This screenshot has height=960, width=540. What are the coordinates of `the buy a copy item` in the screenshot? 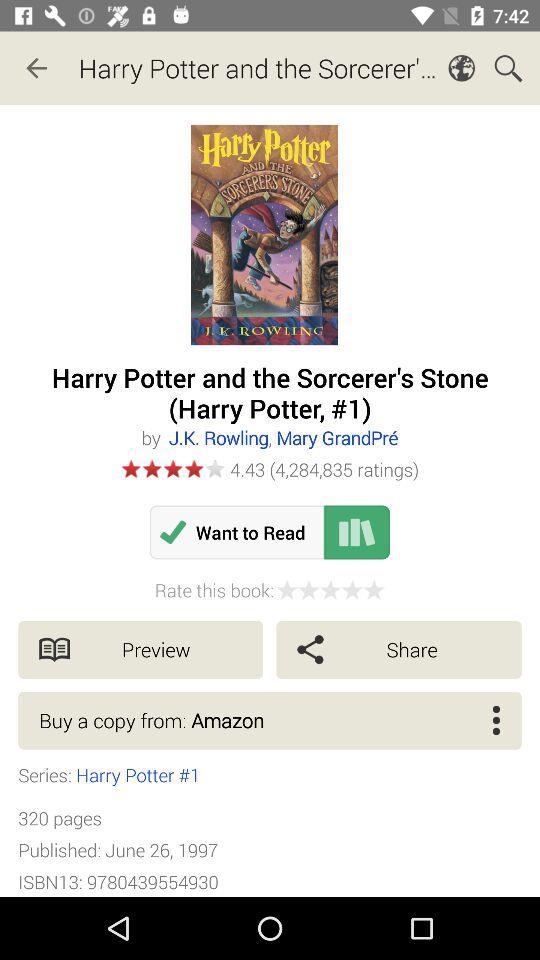 It's located at (270, 720).